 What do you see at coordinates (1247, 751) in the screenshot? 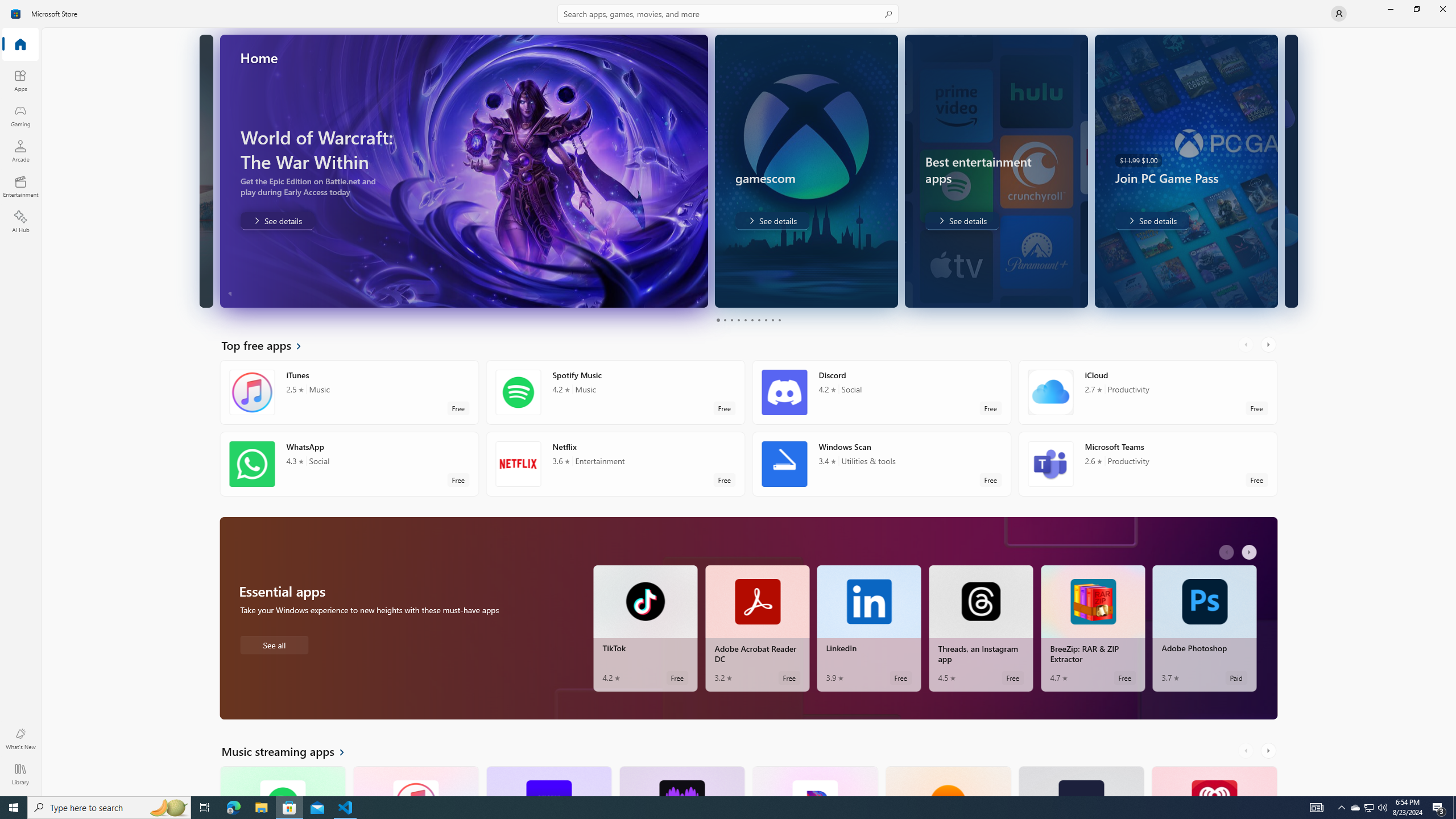
I see `'AutomationID: LeftScrollButton'` at bounding box center [1247, 751].